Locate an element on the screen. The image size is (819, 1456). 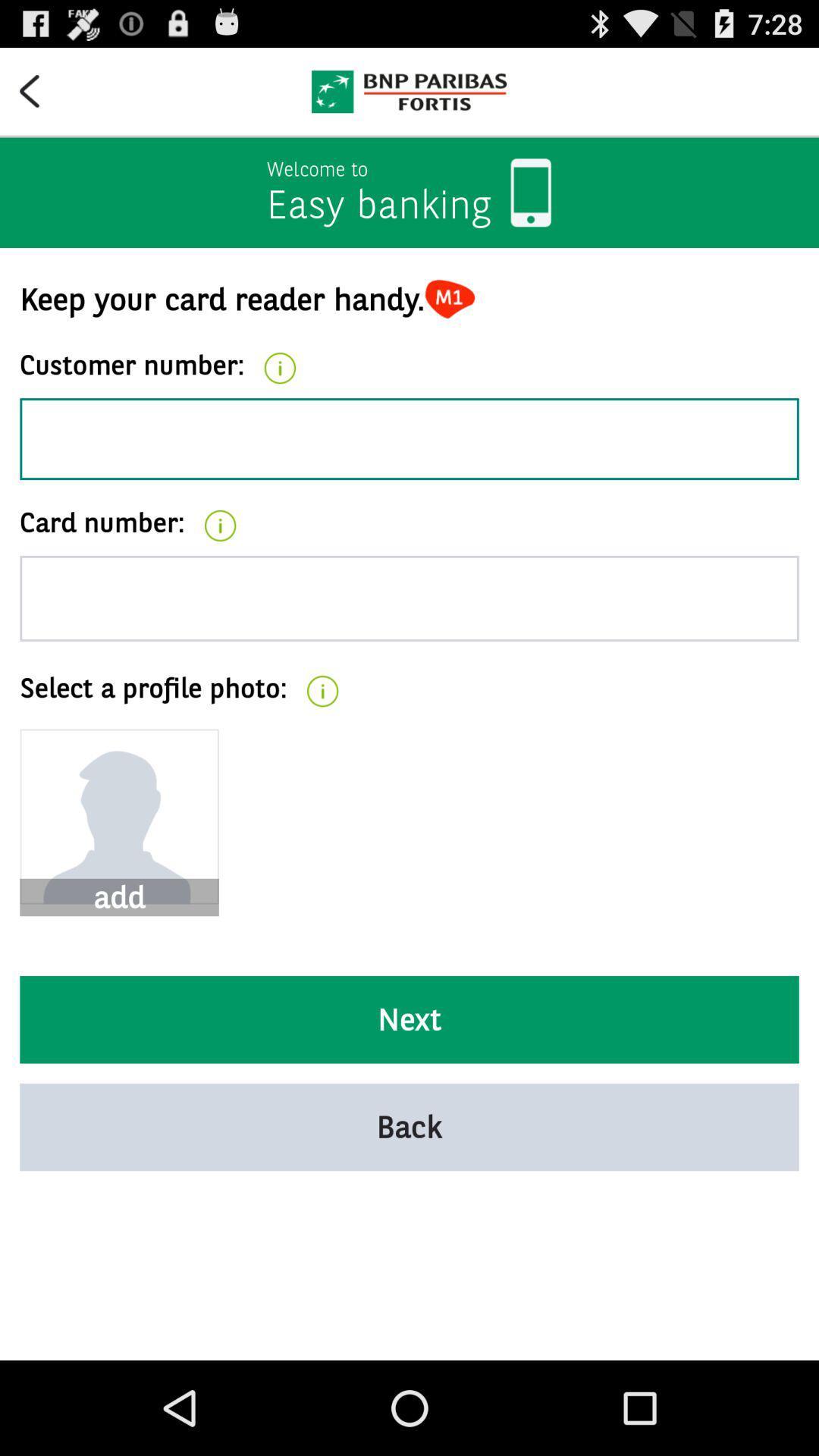
icon above back icon is located at coordinates (409, 1019).